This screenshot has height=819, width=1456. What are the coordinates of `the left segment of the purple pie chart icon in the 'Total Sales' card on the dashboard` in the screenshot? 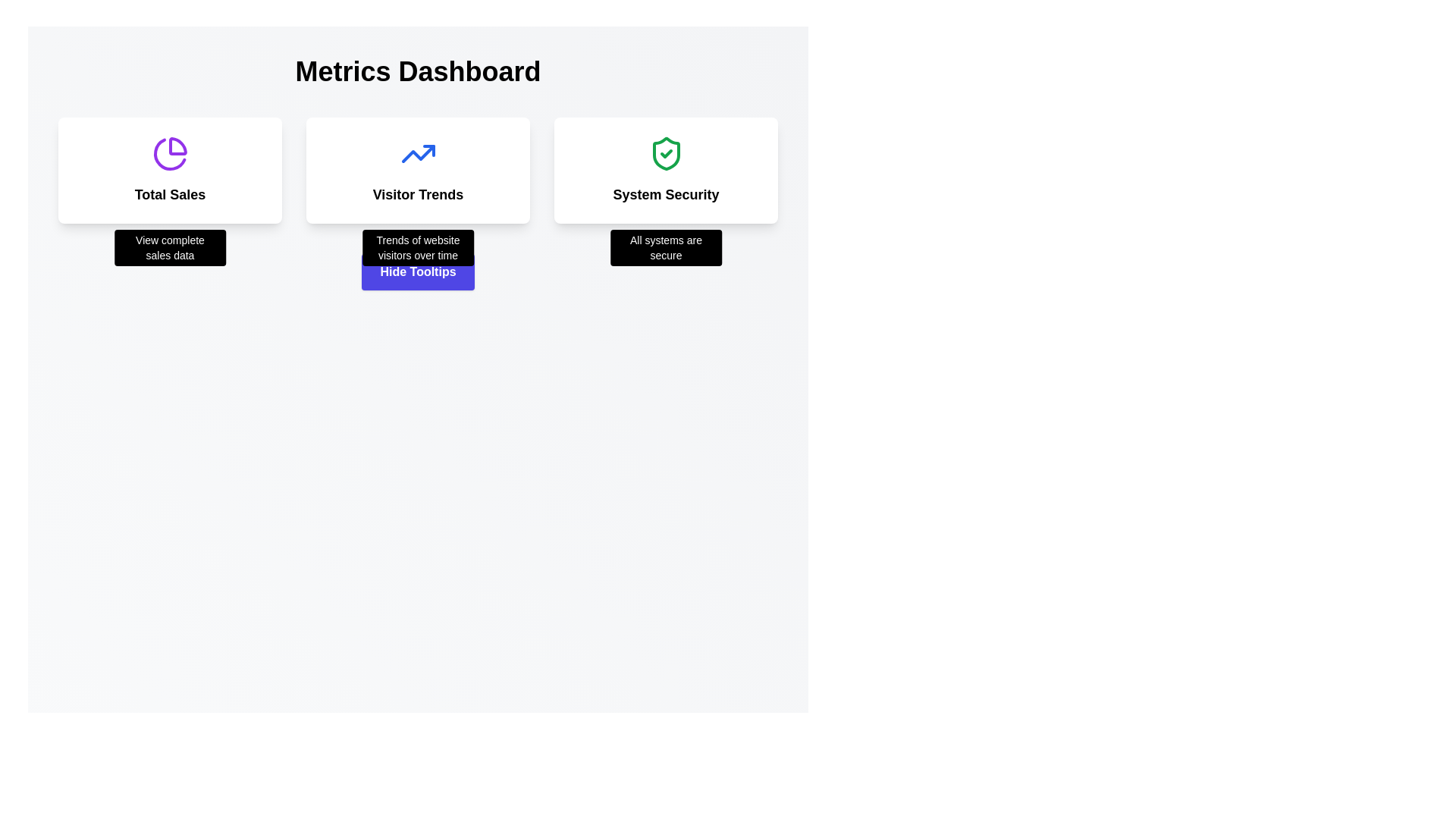 It's located at (169, 154).